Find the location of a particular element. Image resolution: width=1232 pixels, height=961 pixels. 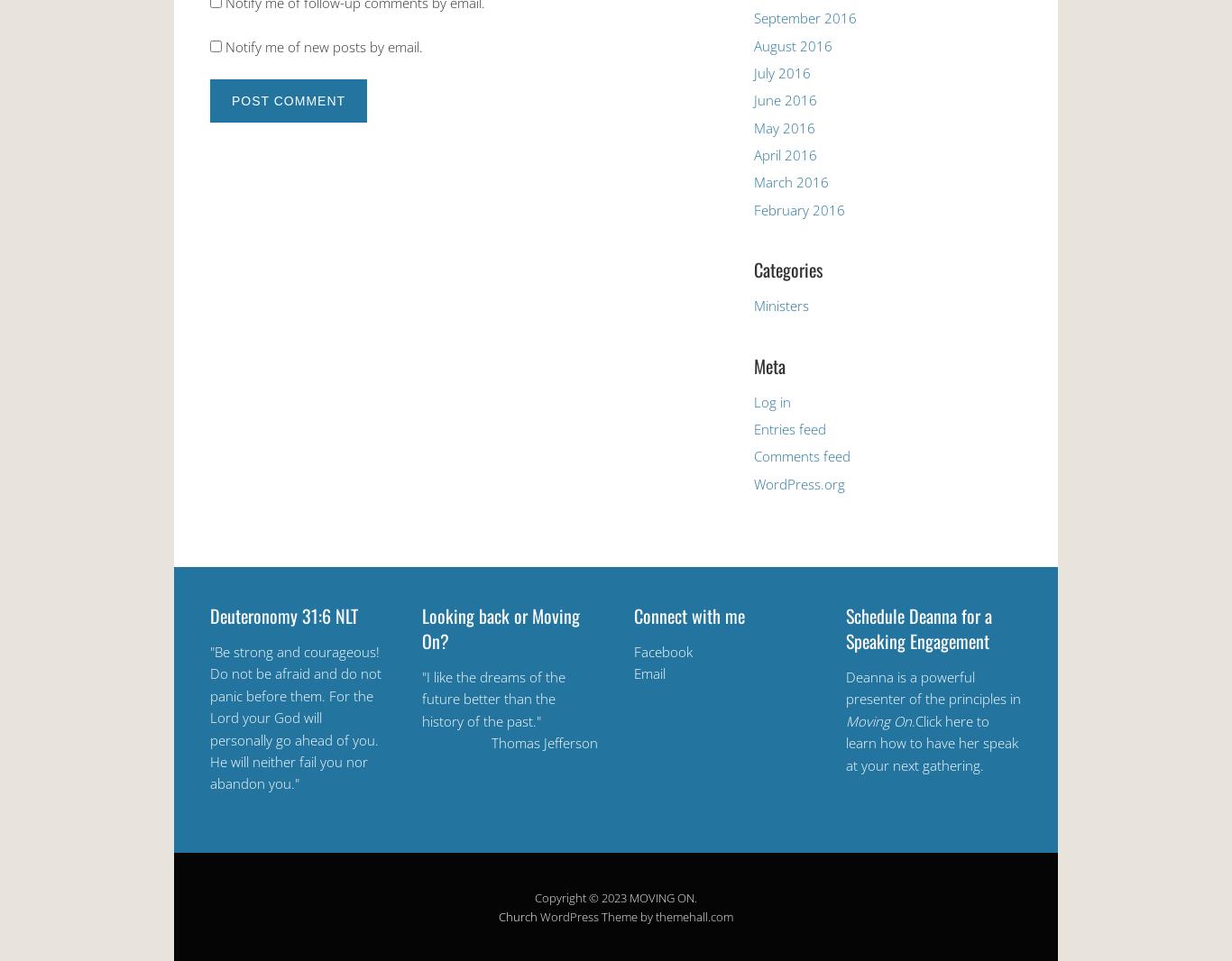

'WordPress Theme by themehall.com' is located at coordinates (635, 916).